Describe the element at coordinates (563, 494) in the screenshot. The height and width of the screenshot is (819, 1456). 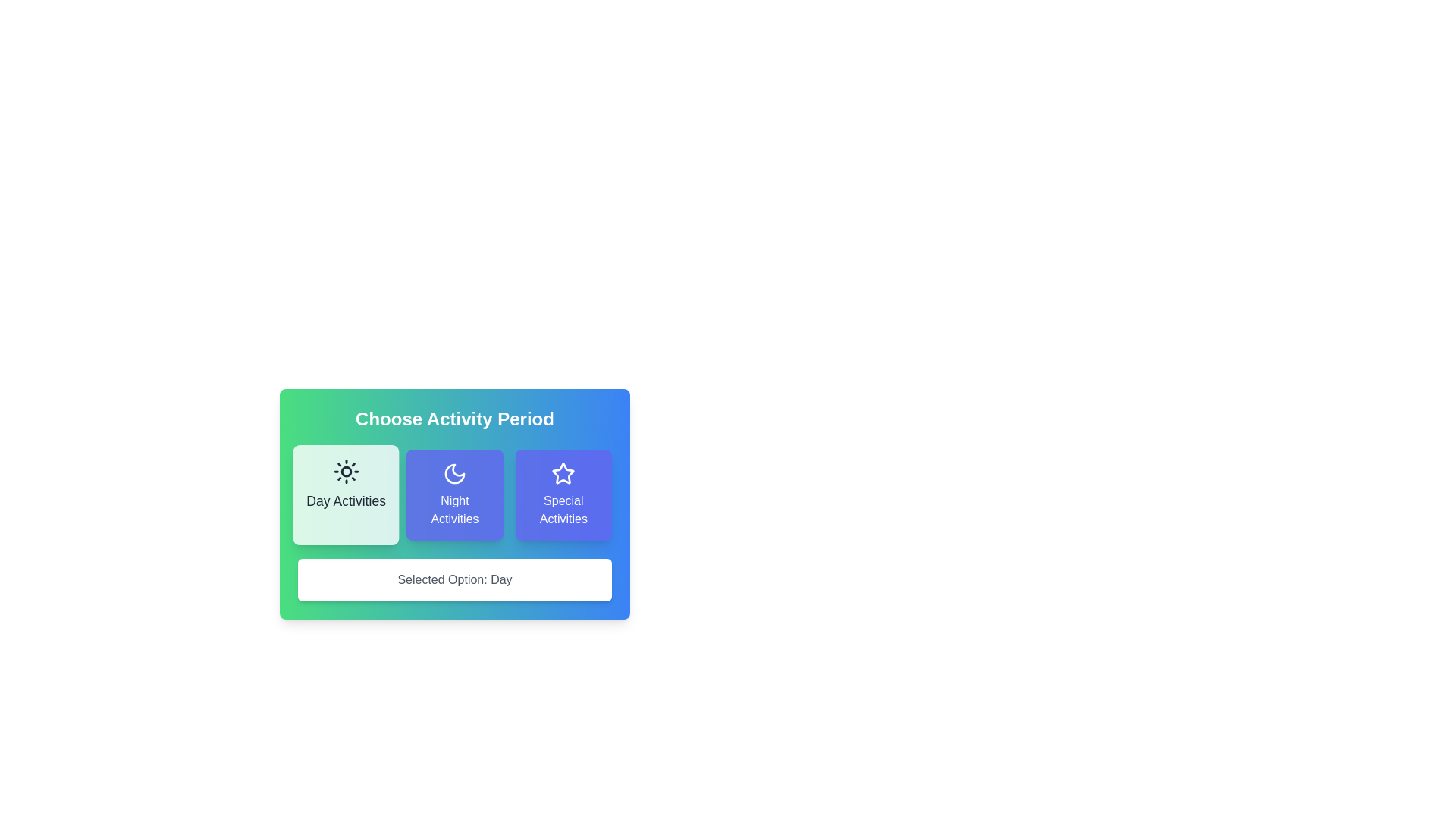
I see `the 'Special Activities' button located at the rightmost side of the row of three buttons` at that location.